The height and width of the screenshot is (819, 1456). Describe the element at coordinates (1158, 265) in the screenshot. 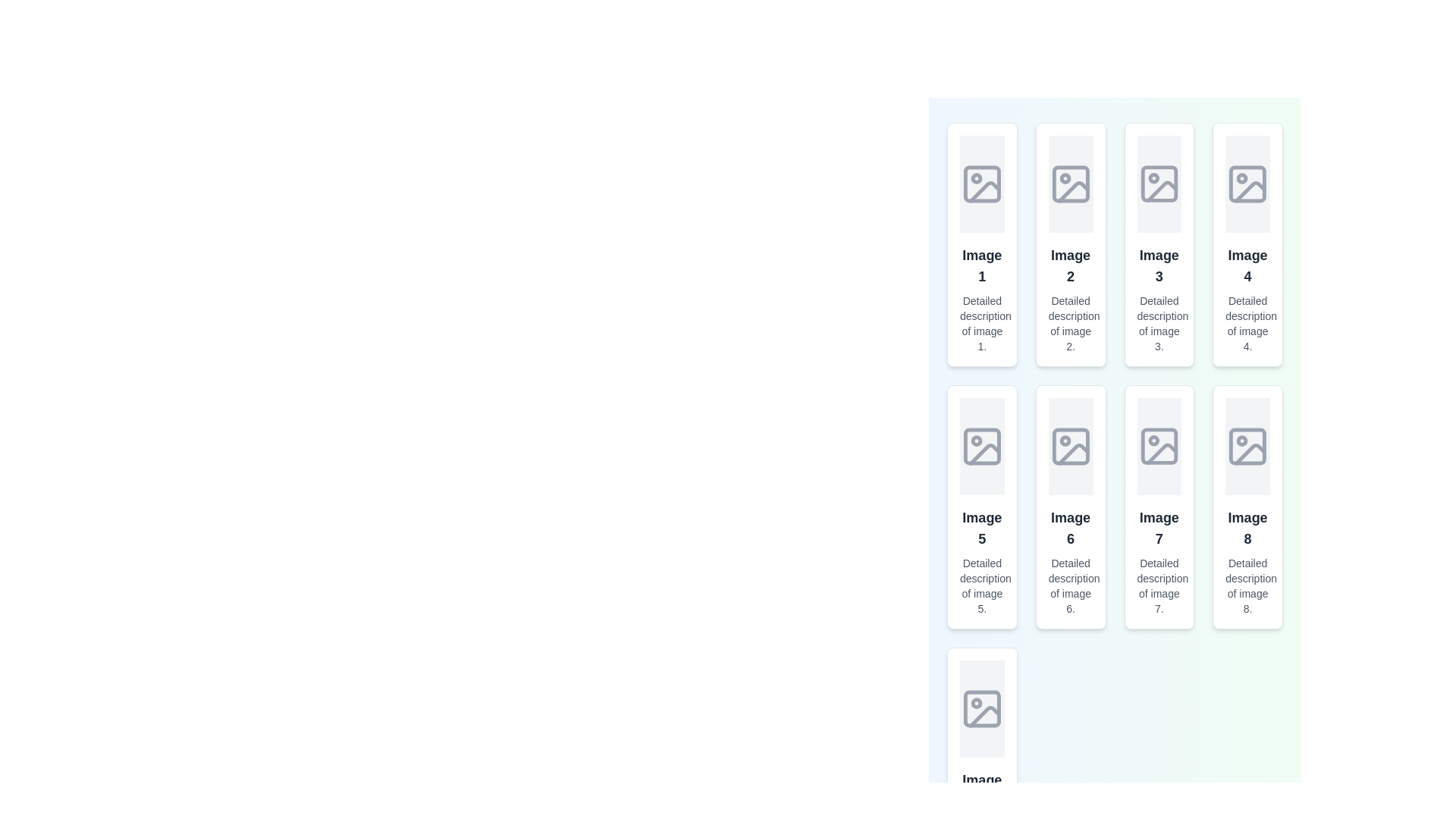

I see `the title or header text label located in the third column of the first row of the grid layout to associate it with the image and description below` at that location.